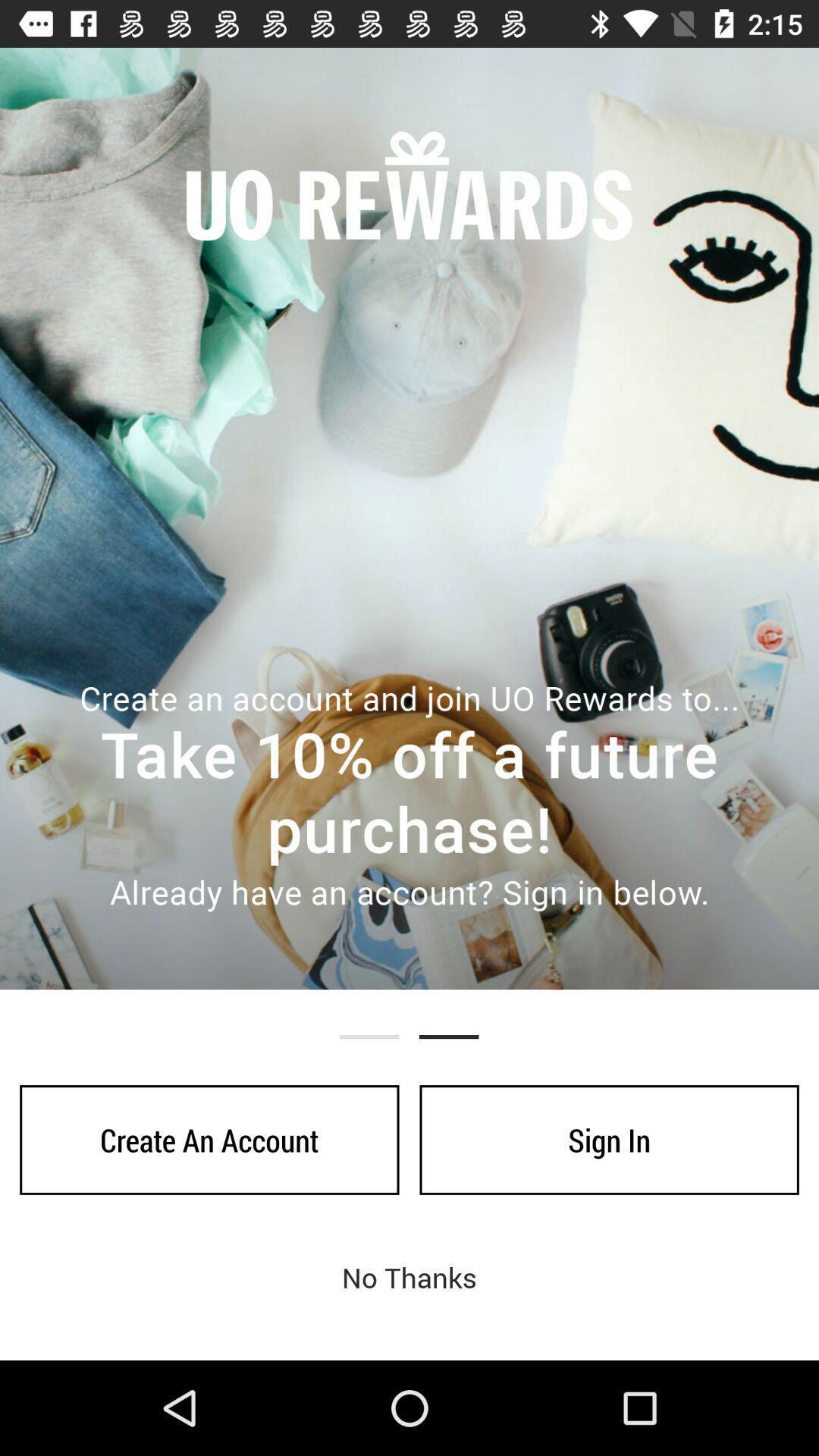 This screenshot has width=819, height=1456. Describe the element at coordinates (608, 1140) in the screenshot. I see `the sign in` at that location.